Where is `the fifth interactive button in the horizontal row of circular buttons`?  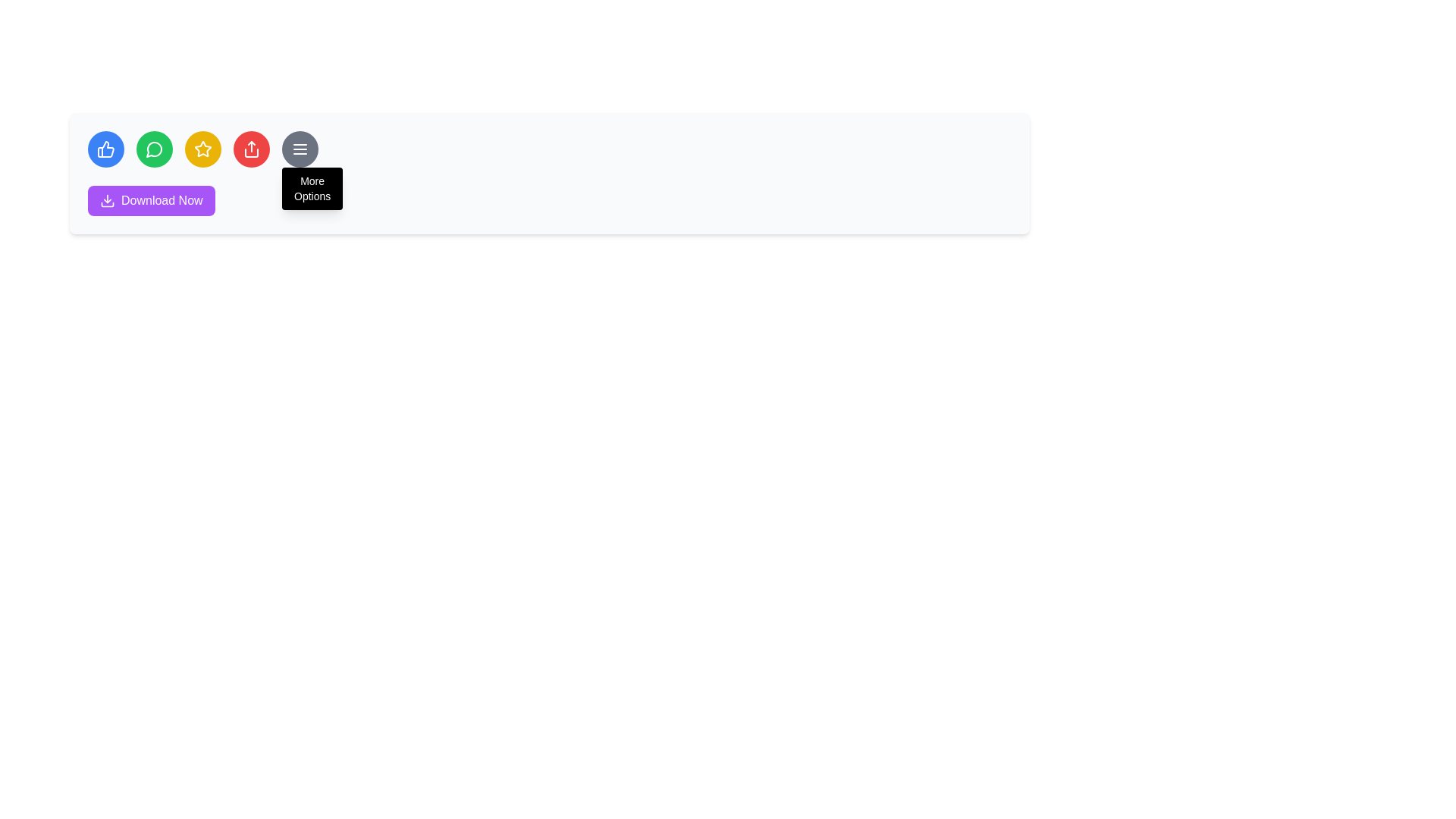
the fifth interactive button in the horizontal row of circular buttons is located at coordinates (251, 149).